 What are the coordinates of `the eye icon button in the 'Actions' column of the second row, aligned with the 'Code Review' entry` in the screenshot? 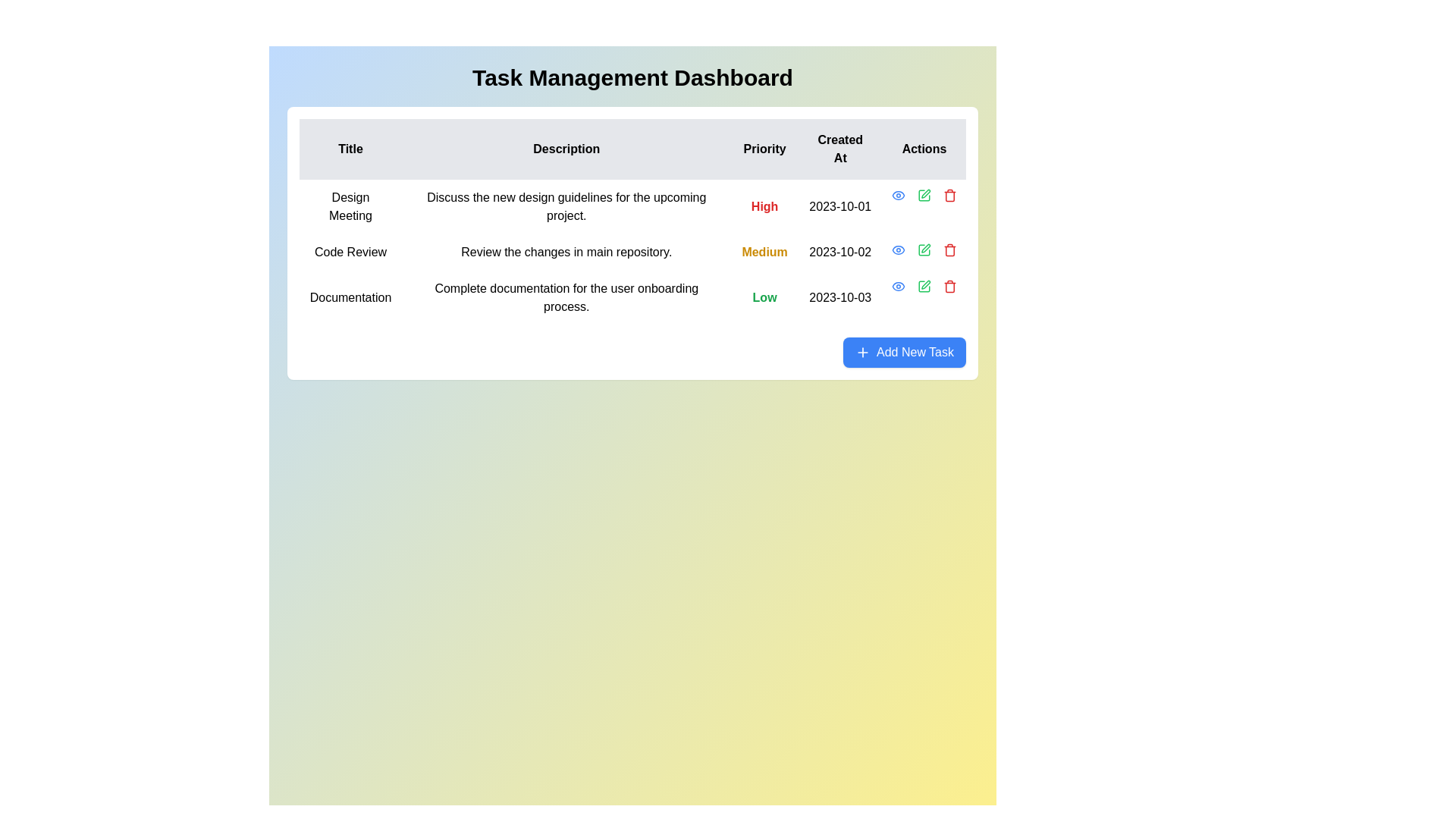 It's located at (899, 195).